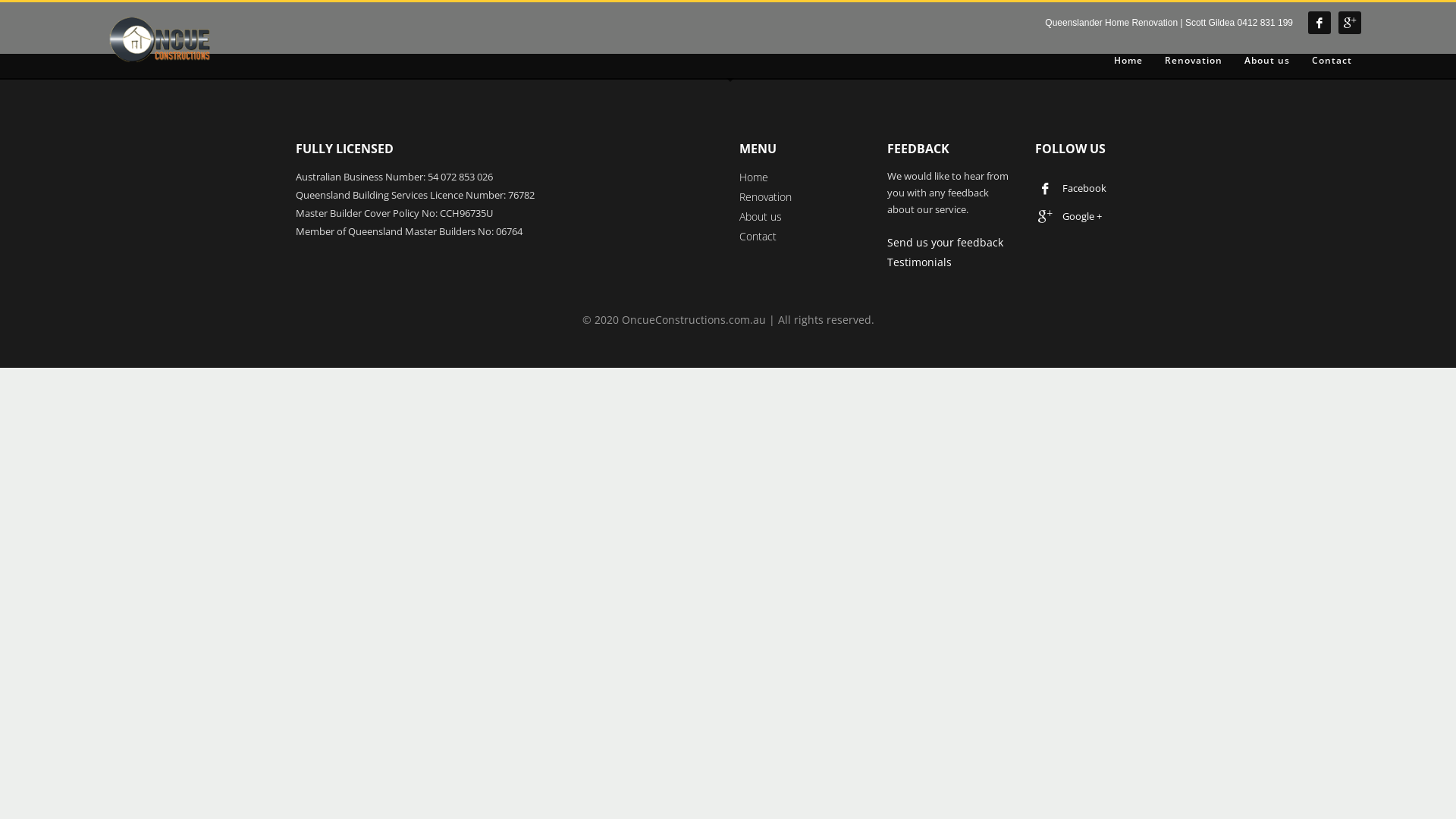 This screenshot has width=1456, height=819. What do you see at coordinates (1128, 60) in the screenshot?
I see `'Home'` at bounding box center [1128, 60].